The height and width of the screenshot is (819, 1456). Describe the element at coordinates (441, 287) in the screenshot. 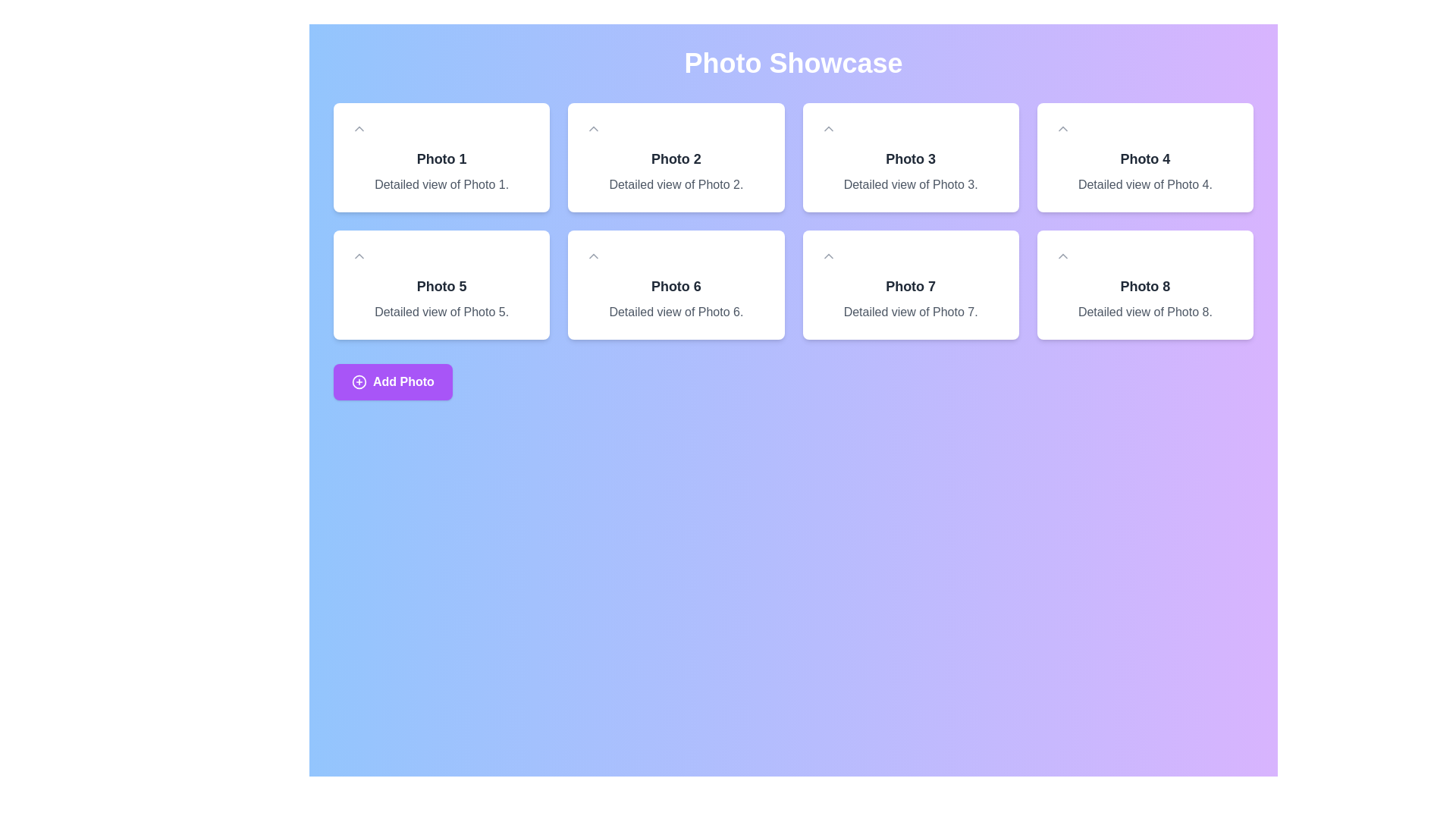

I see `the text label displaying 'Photo 5', which is styled in a large bold font and located in the first column of the second row in a grid layout` at that location.